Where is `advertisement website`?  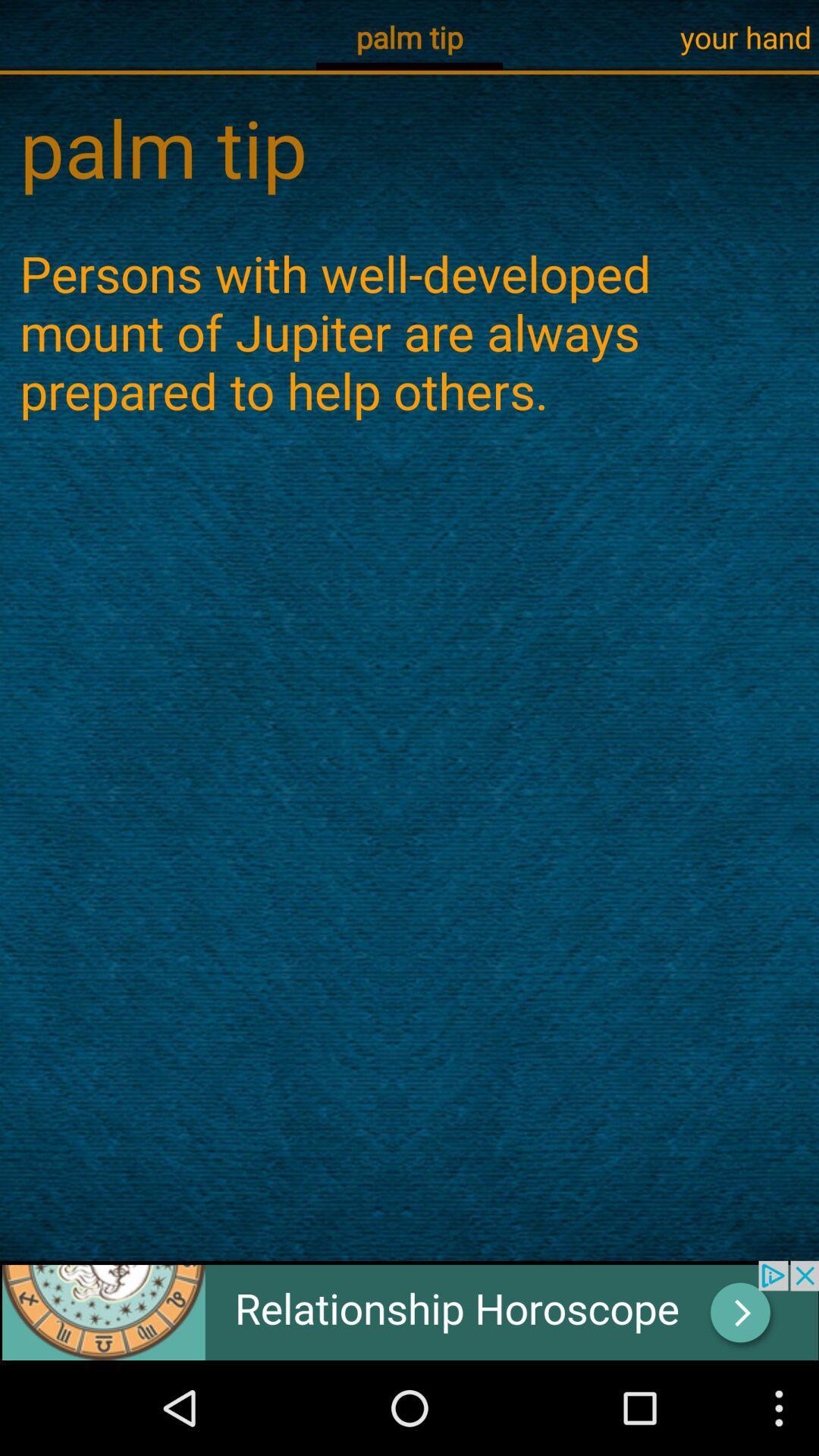 advertisement website is located at coordinates (409, 1310).